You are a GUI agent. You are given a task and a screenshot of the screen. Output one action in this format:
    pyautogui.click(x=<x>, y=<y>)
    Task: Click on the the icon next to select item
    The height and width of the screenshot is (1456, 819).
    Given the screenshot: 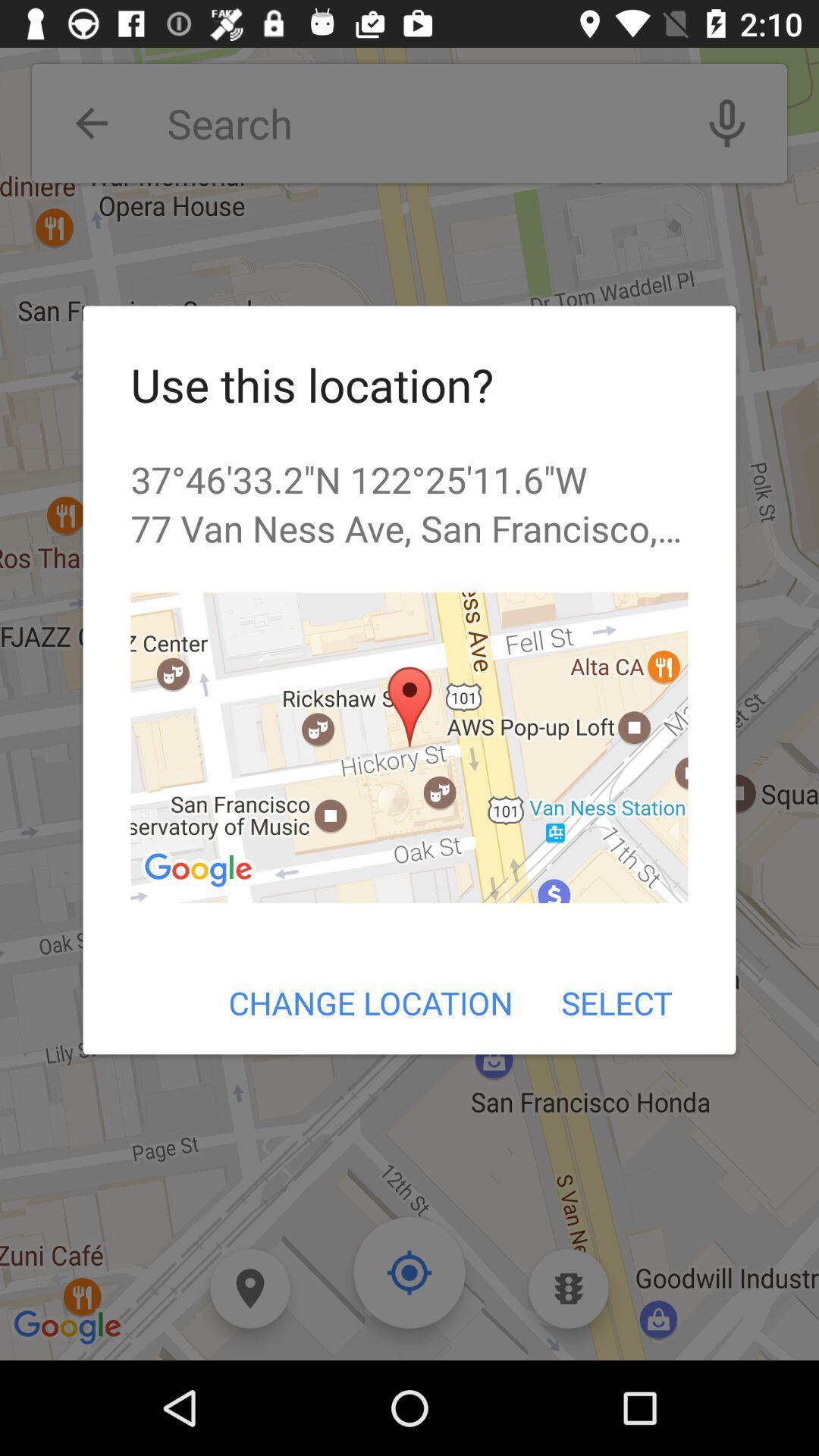 What is the action you would take?
    pyautogui.click(x=371, y=1003)
    